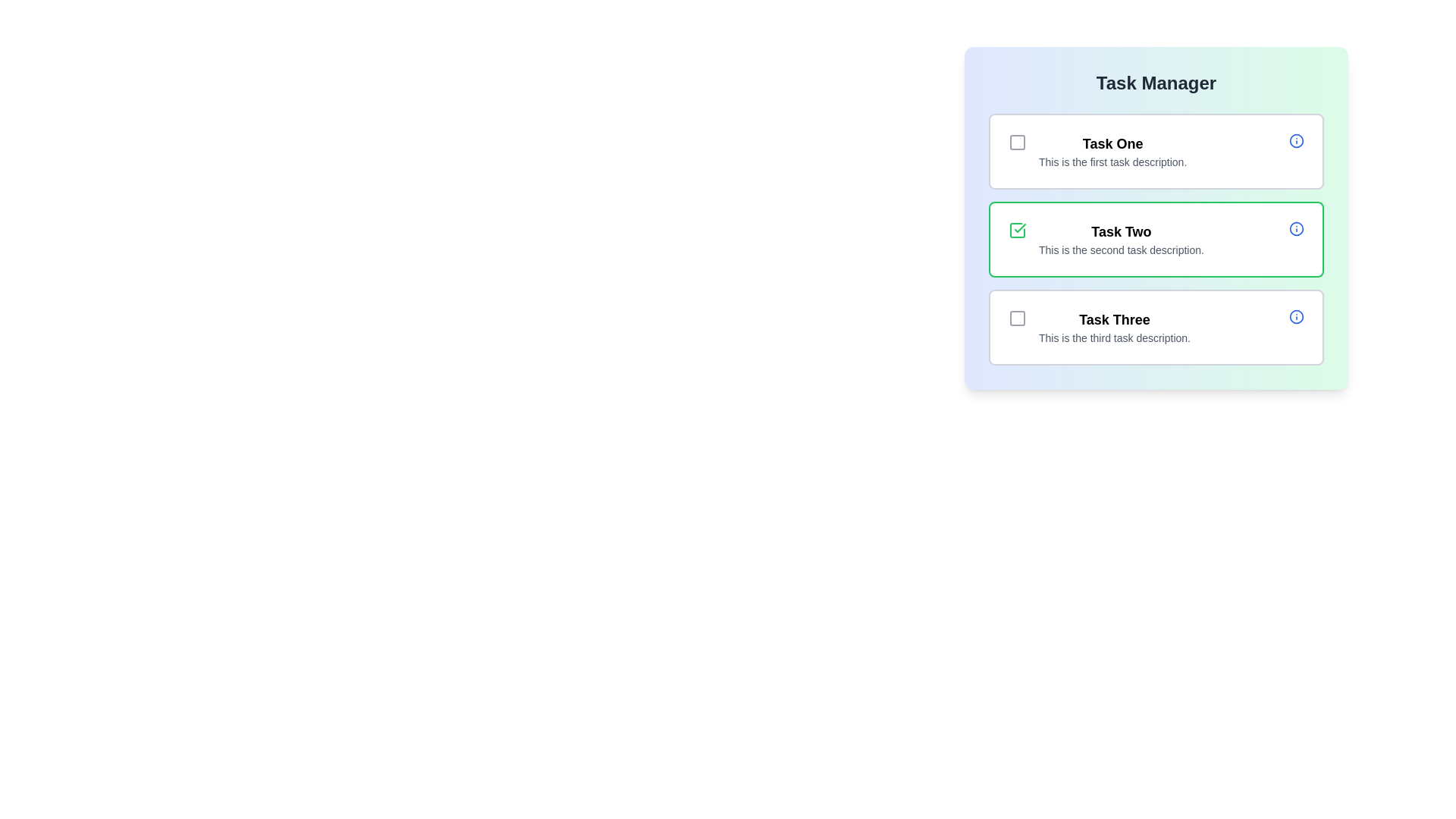 Image resolution: width=1456 pixels, height=819 pixels. What do you see at coordinates (1020, 227) in the screenshot?
I see `the green checkmark icon within the task item labeled 'Task Two', which is outlined in green and has a white background` at bounding box center [1020, 227].